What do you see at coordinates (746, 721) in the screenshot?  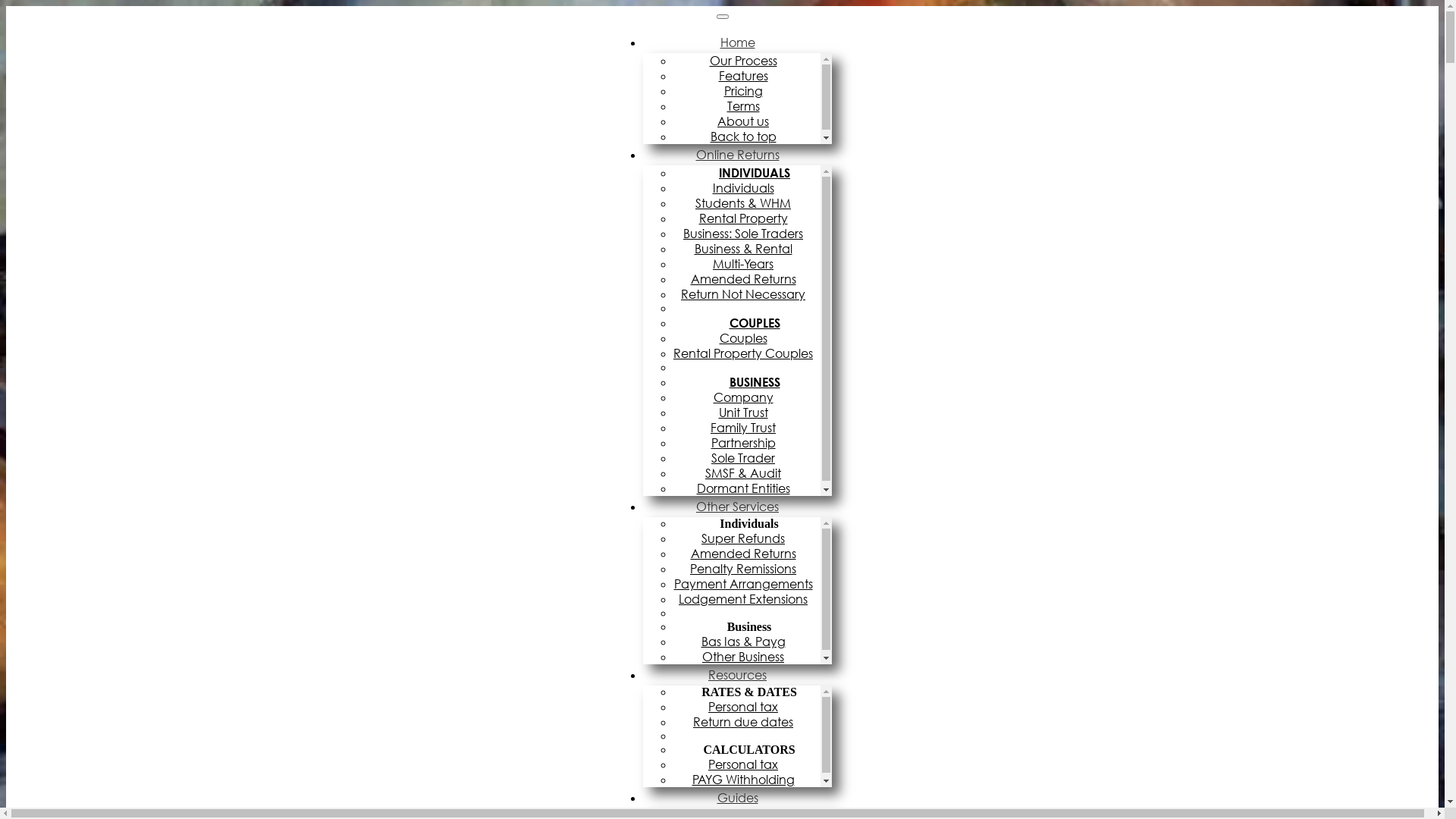 I see `'Return due dates'` at bounding box center [746, 721].